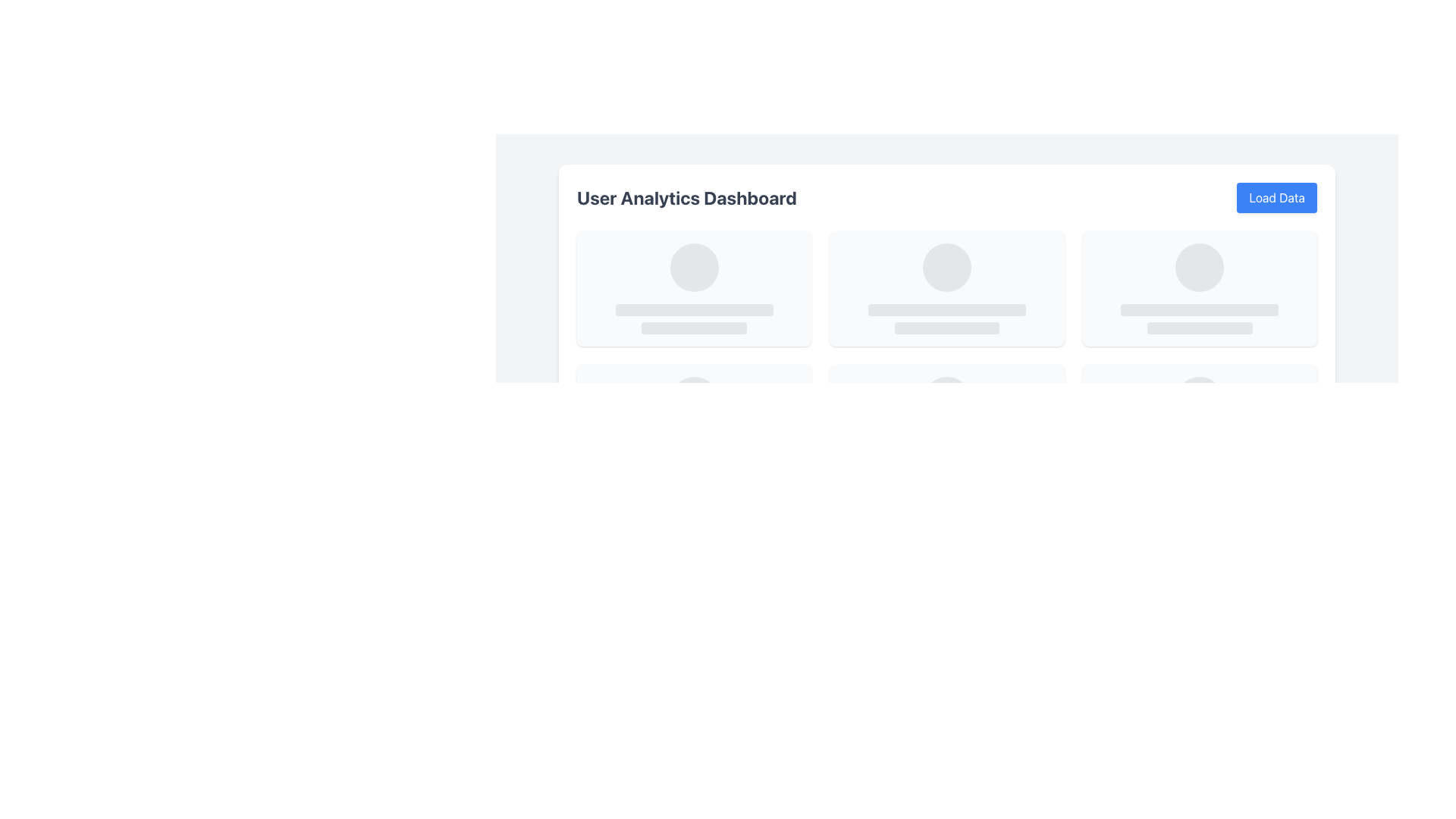 Image resolution: width=1456 pixels, height=819 pixels. What do you see at coordinates (946, 289) in the screenshot?
I see `the user card placeholder element located in the second column of the first row of the grid, which is centrally aligned and positioned between two similar cards` at bounding box center [946, 289].